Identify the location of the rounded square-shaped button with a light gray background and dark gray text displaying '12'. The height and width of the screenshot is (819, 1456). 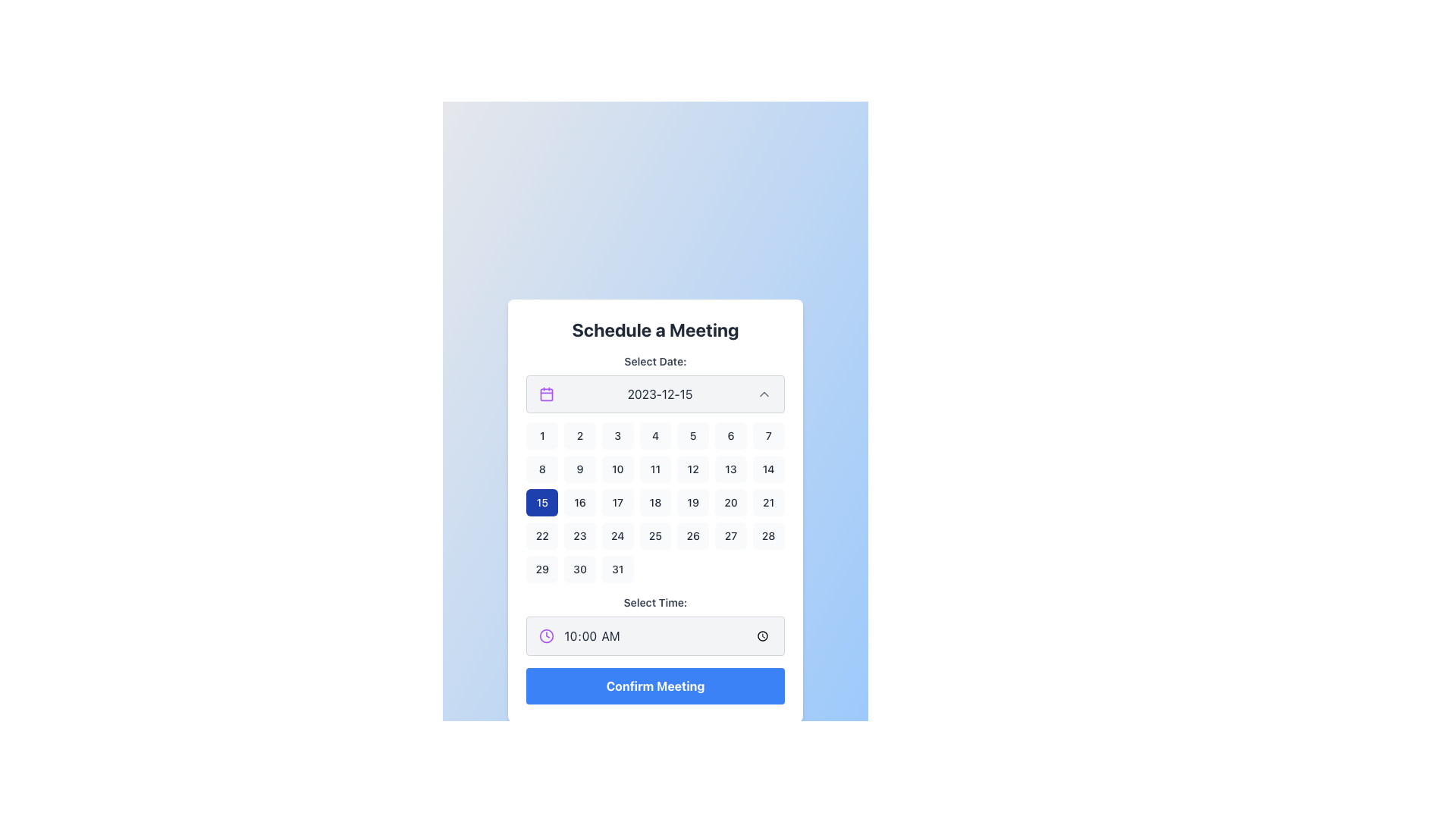
(692, 468).